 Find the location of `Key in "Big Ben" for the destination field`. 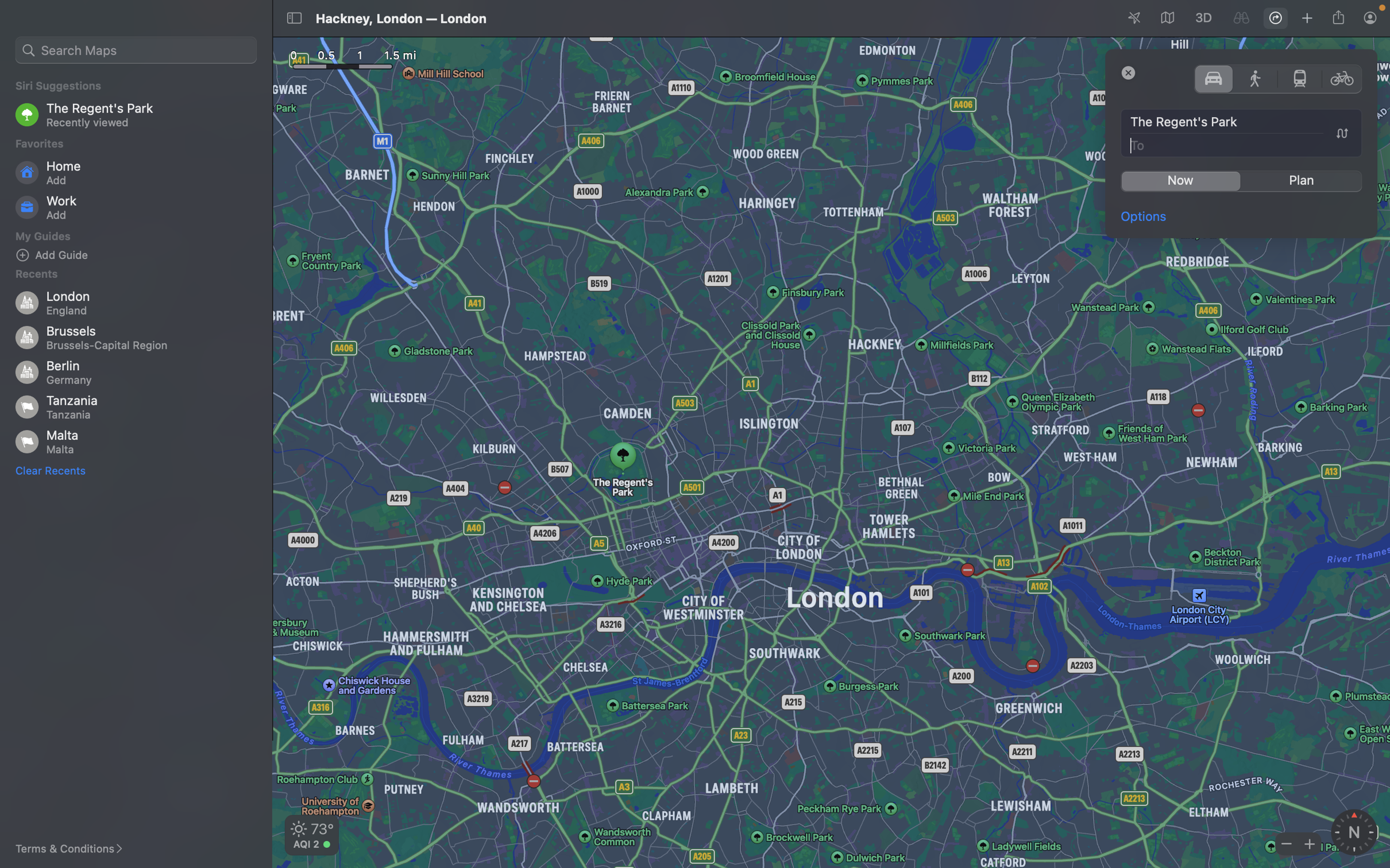

Key in "Big Ben" for the destination field is located at coordinates (1242, 144).